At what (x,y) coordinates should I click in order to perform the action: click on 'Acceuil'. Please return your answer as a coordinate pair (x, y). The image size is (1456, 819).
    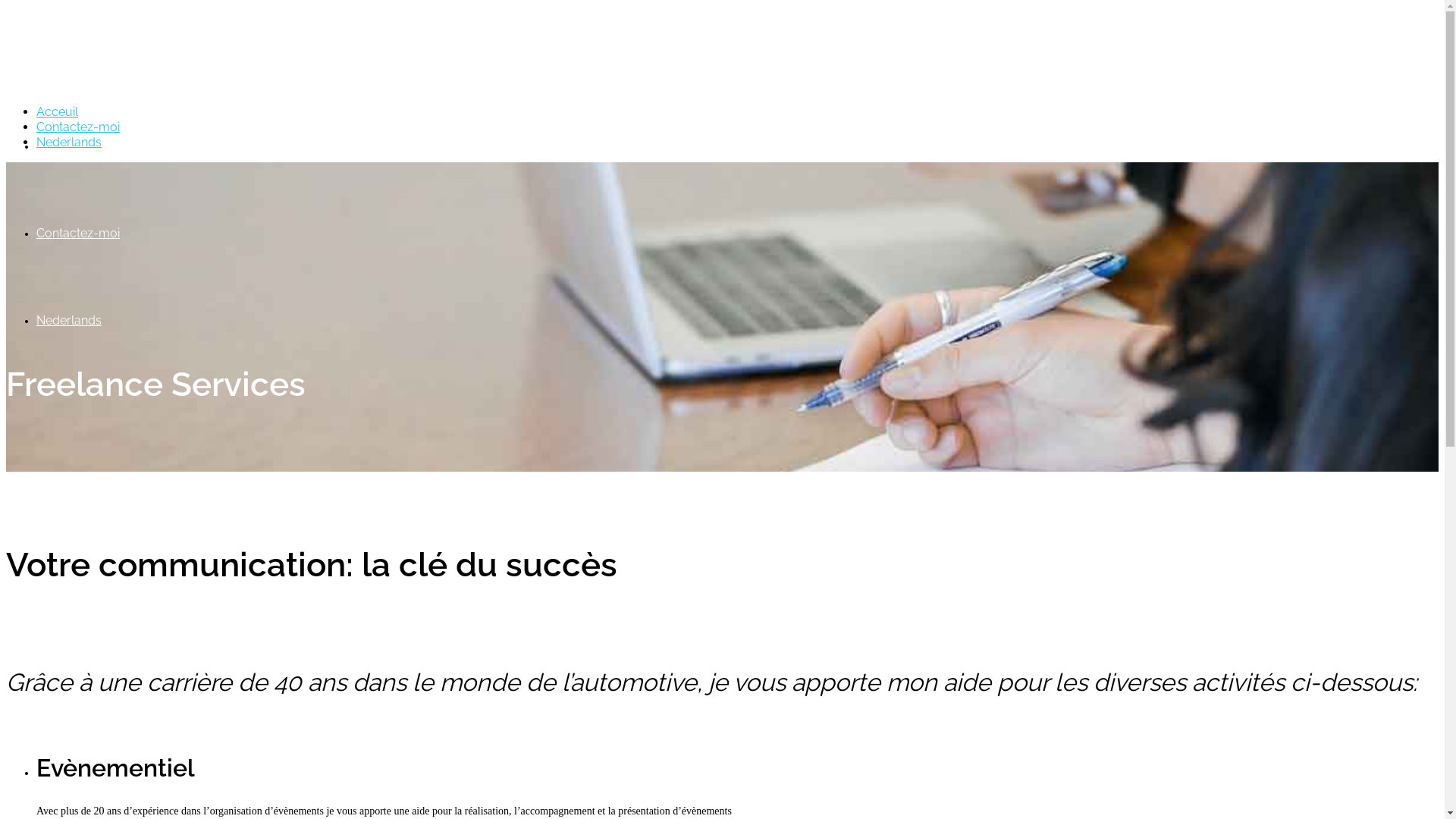
    Looking at the image, I should click on (57, 111).